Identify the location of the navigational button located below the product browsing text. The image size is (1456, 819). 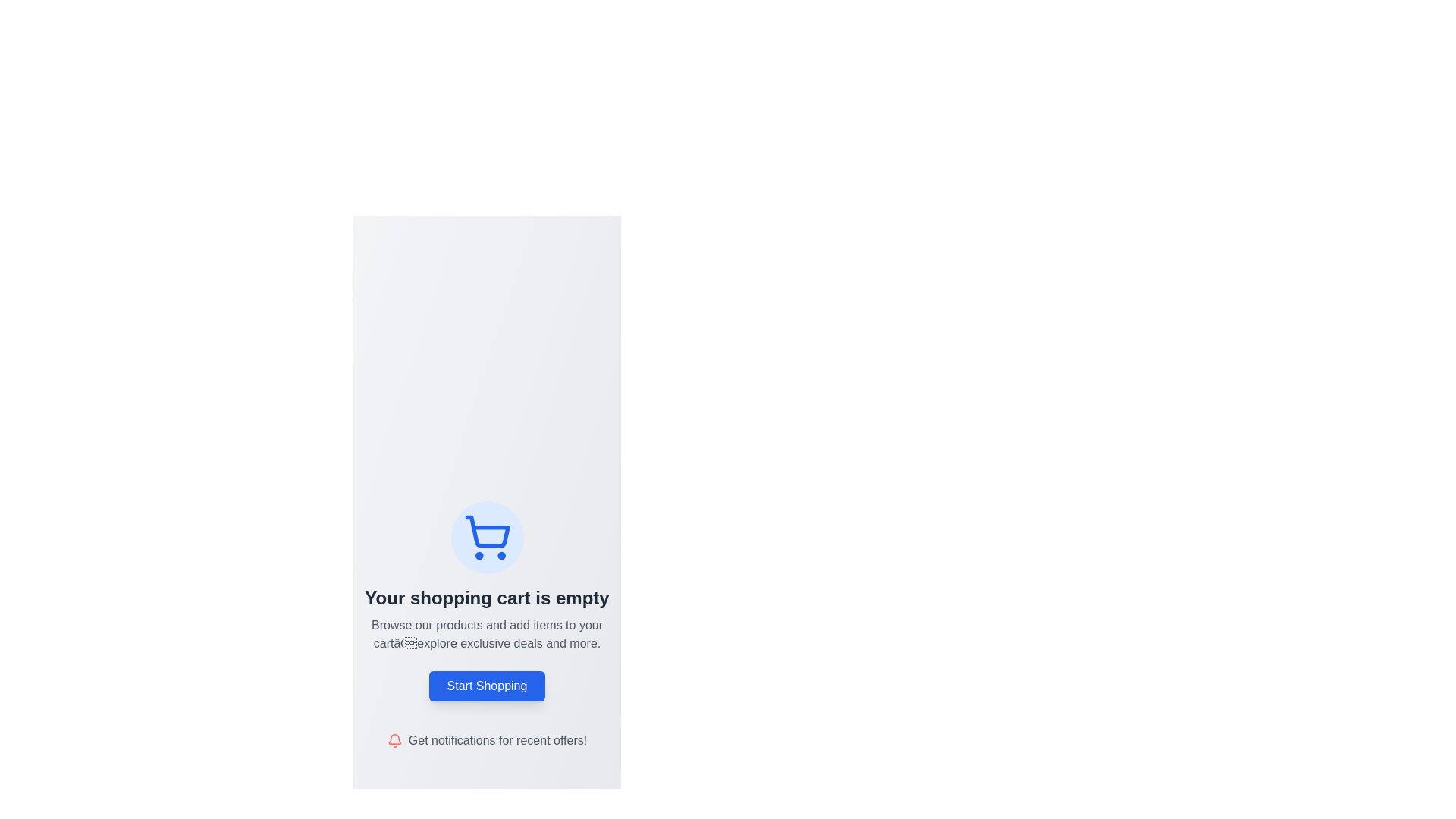
(487, 686).